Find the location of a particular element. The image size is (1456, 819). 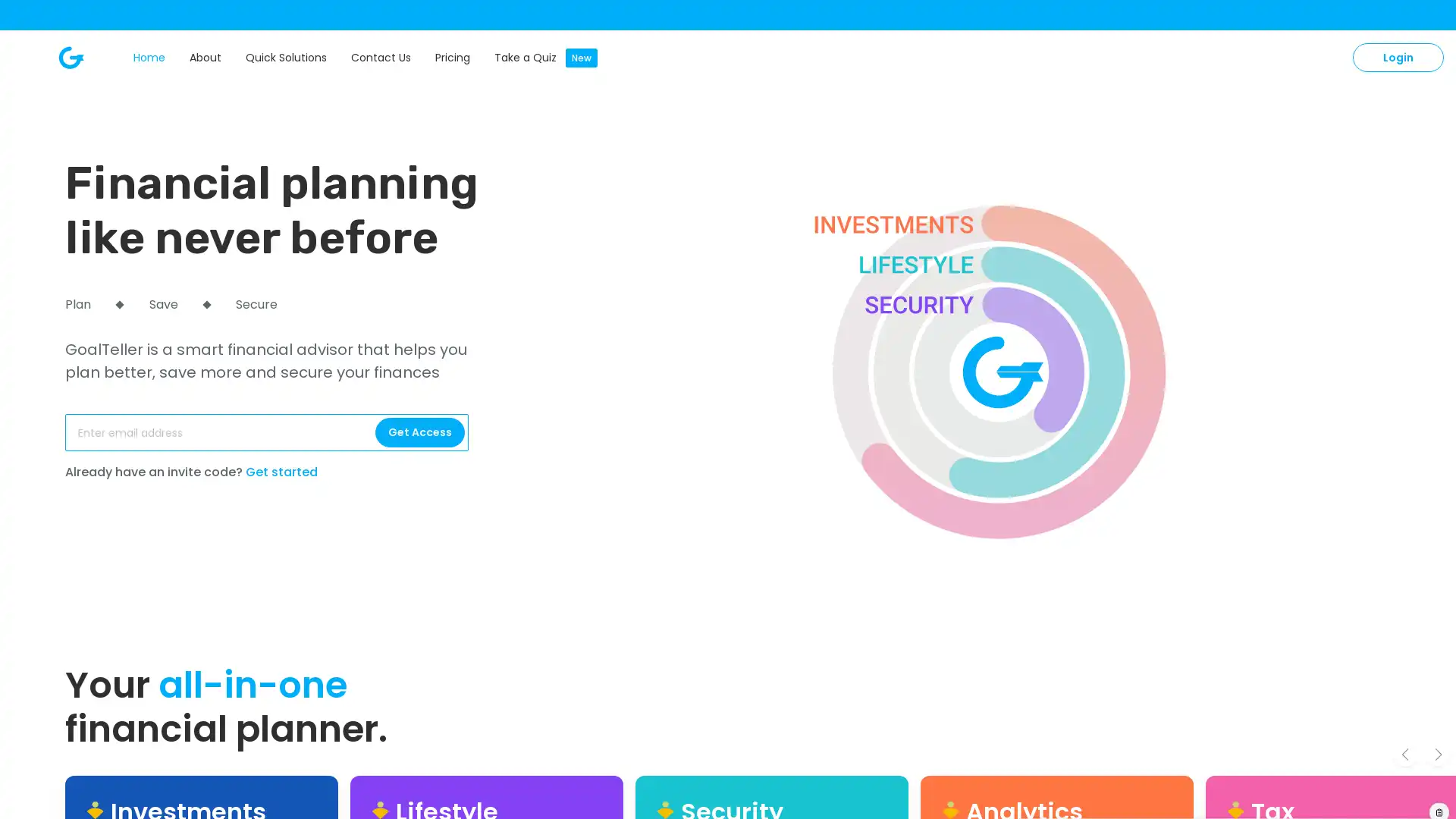

Previous slide is located at coordinates (1404, 754).